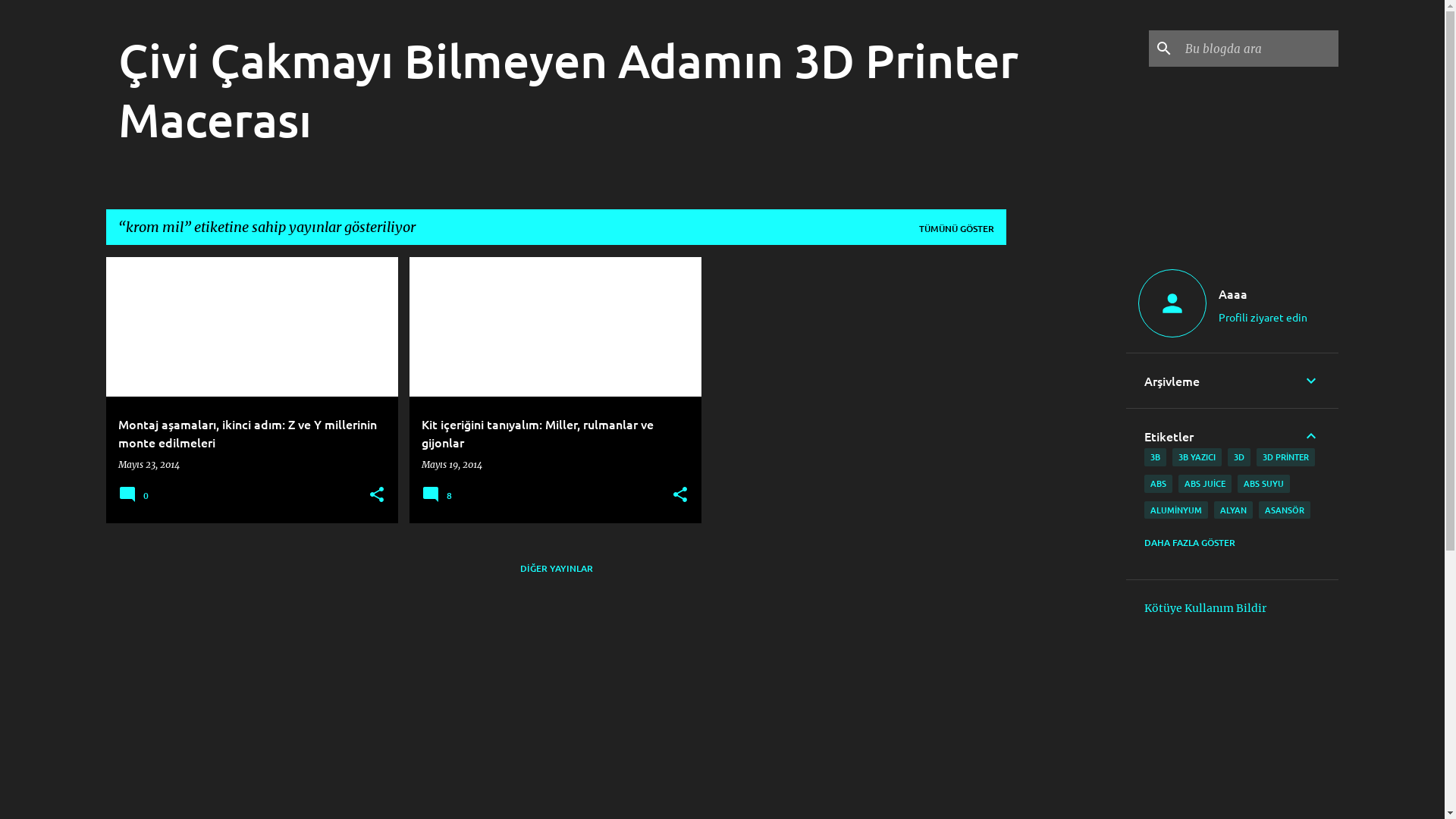  What do you see at coordinates (438, 500) in the screenshot?
I see `'8'` at bounding box center [438, 500].